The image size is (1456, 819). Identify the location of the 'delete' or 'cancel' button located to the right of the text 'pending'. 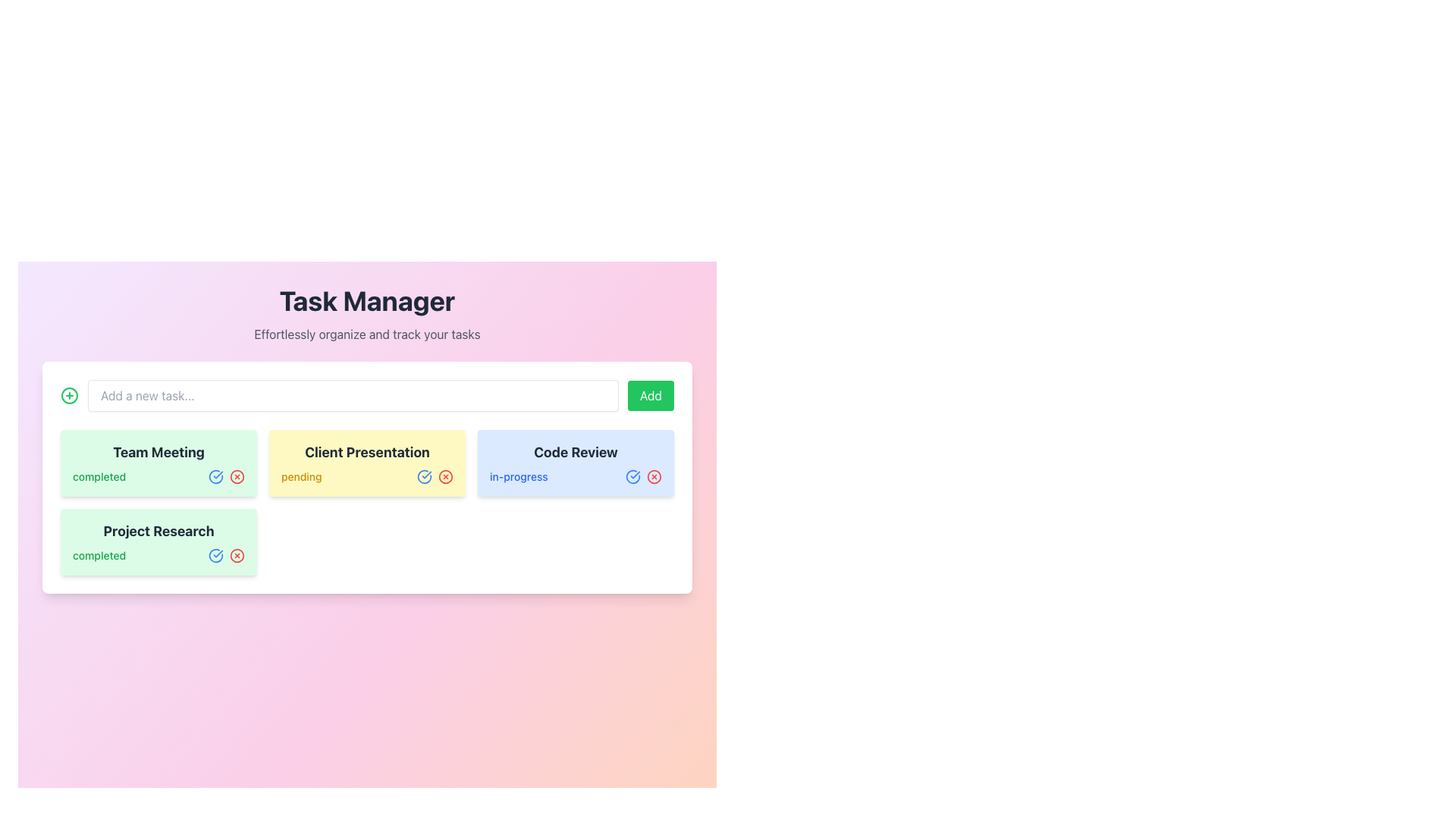
(445, 475).